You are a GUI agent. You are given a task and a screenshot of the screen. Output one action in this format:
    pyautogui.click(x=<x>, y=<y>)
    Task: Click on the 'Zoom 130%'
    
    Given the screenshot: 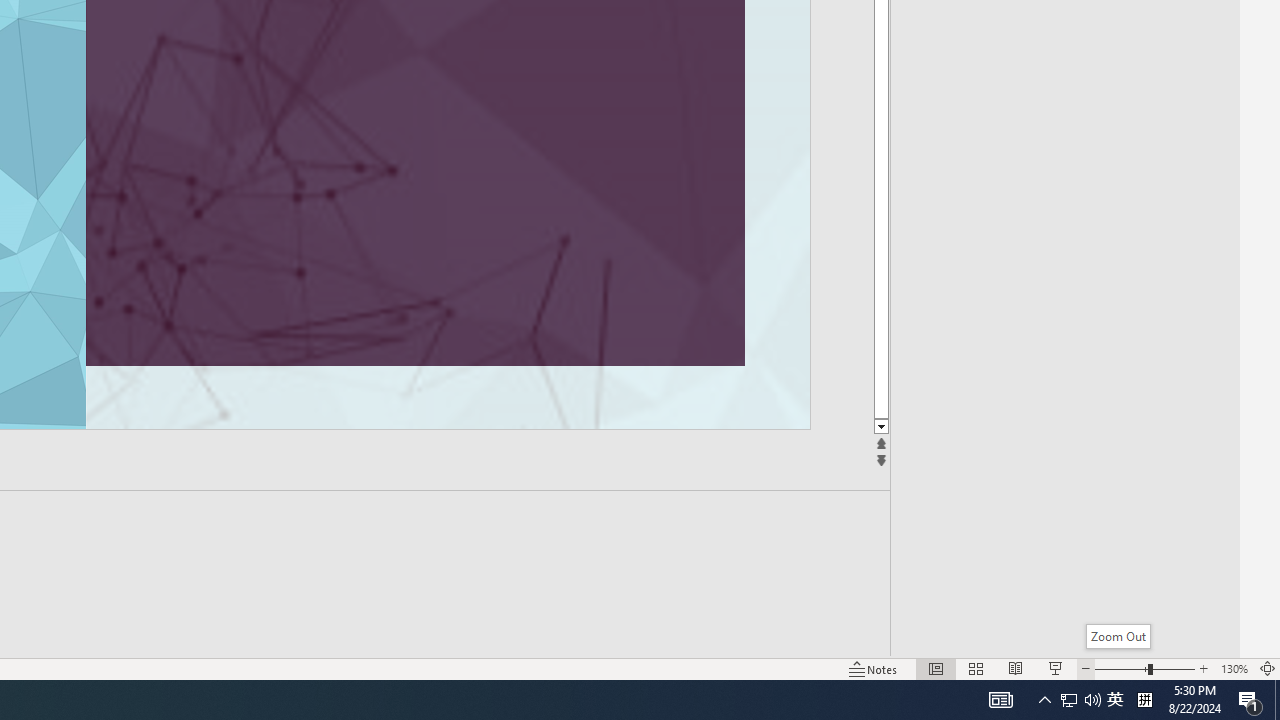 What is the action you would take?
    pyautogui.click(x=1233, y=669)
    